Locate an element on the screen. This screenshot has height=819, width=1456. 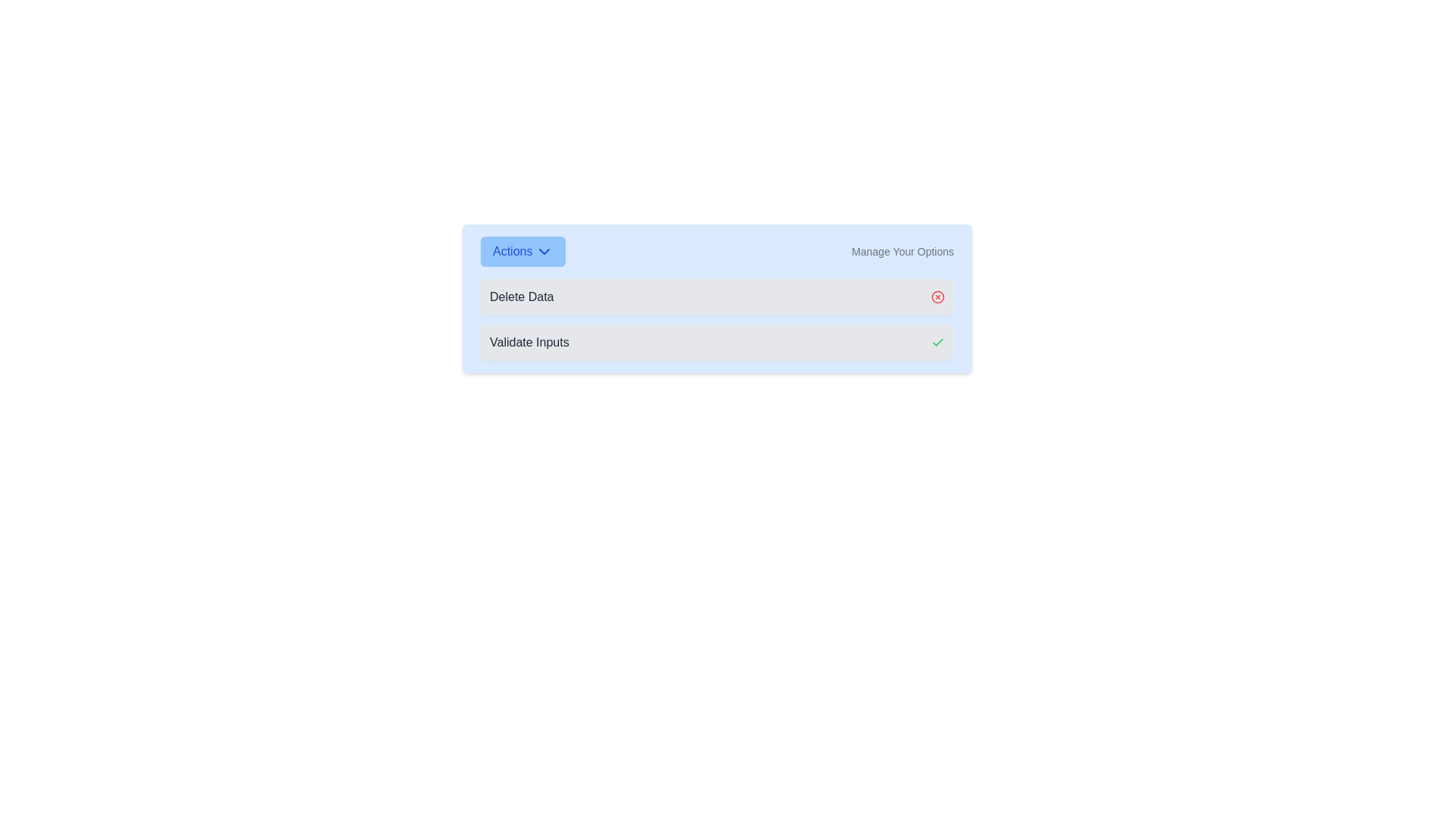
the icons in the Action Selector Panel titled 'Actions Manage Your Options' is located at coordinates (716, 318).